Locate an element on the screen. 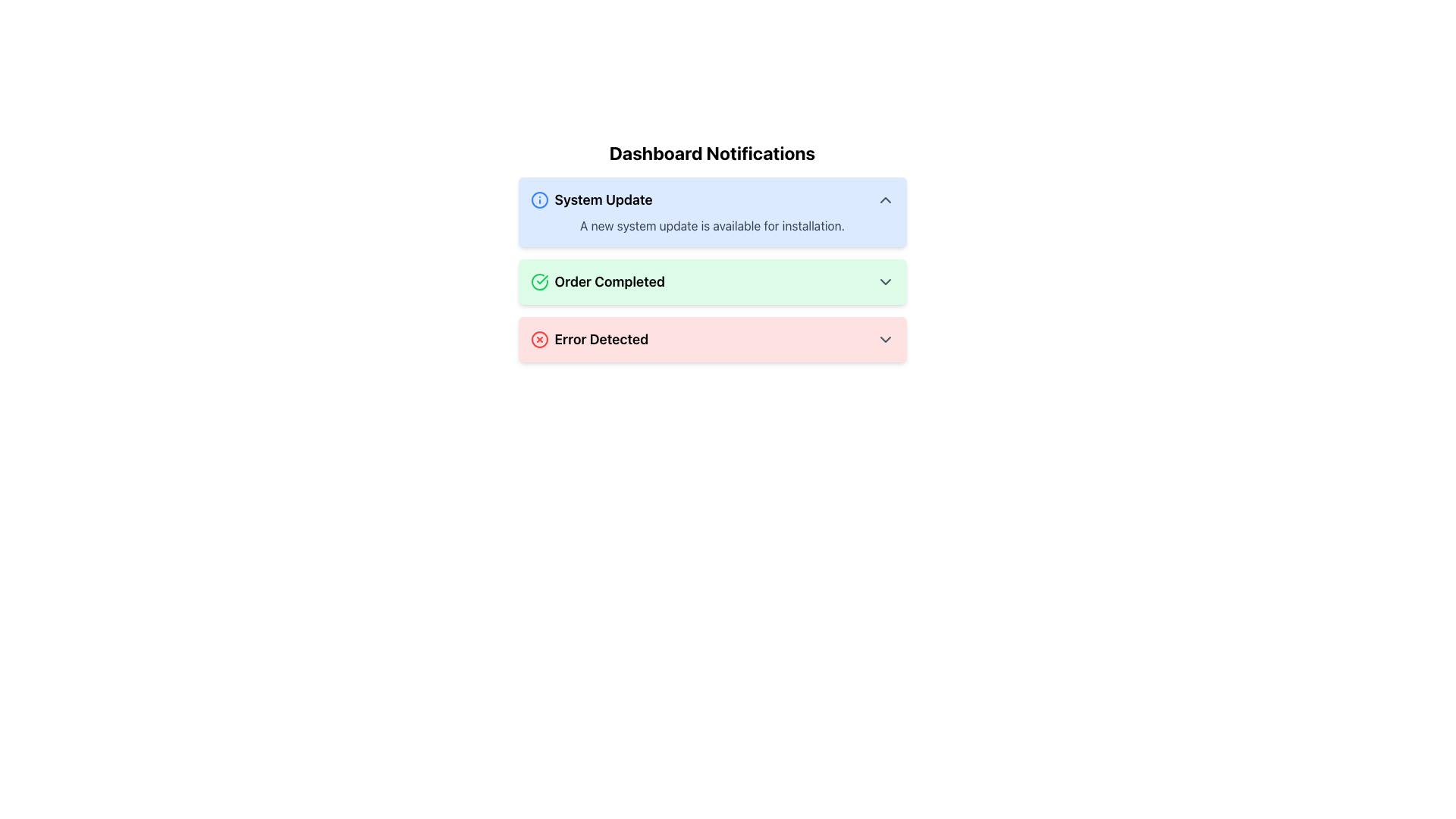 The height and width of the screenshot is (819, 1456). the status indicator element that informs the user an order has been successfully completed, which is located in the middle notification box that is light green in color is located at coordinates (597, 281).